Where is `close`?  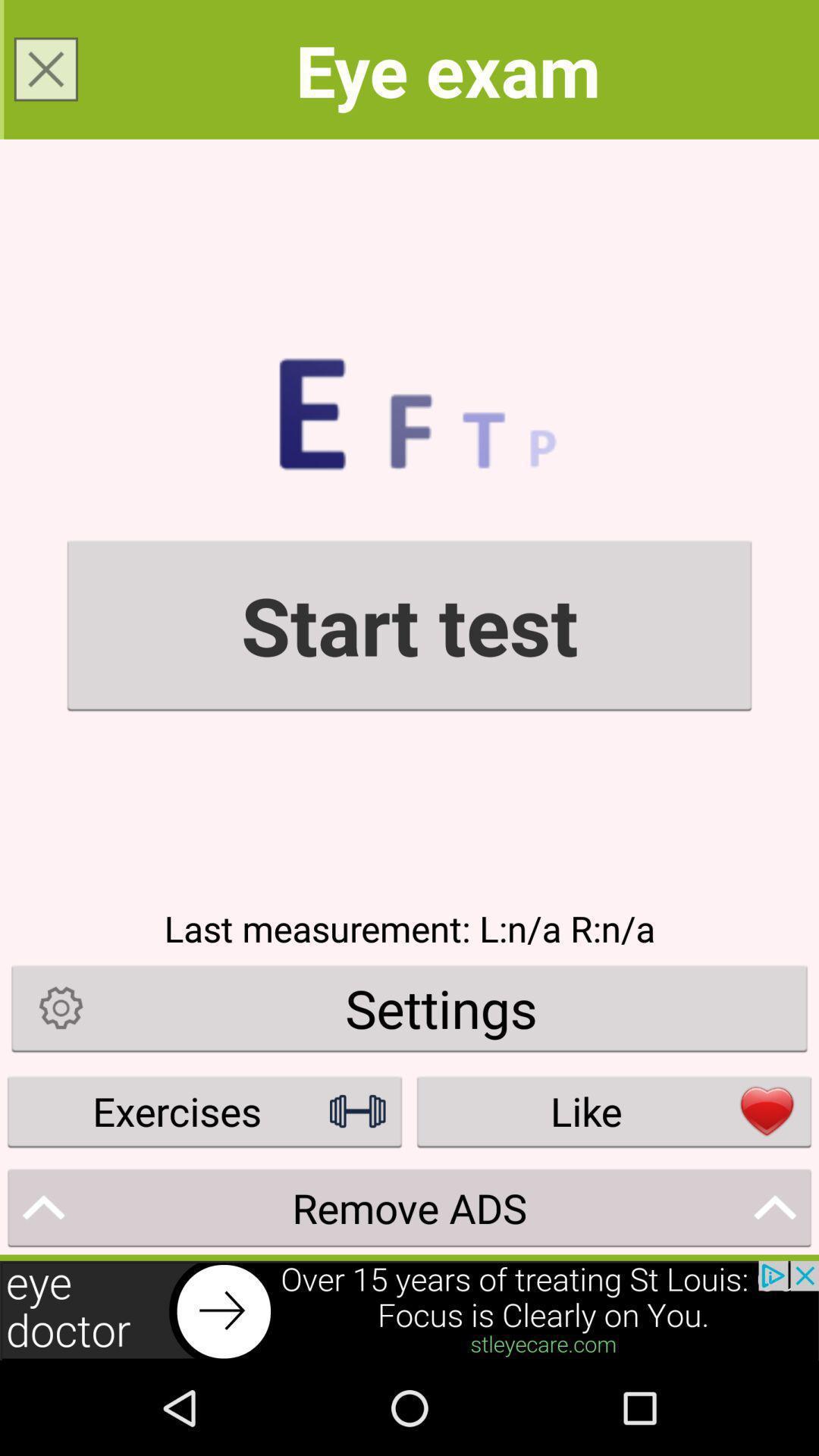
close is located at coordinates (45, 68).